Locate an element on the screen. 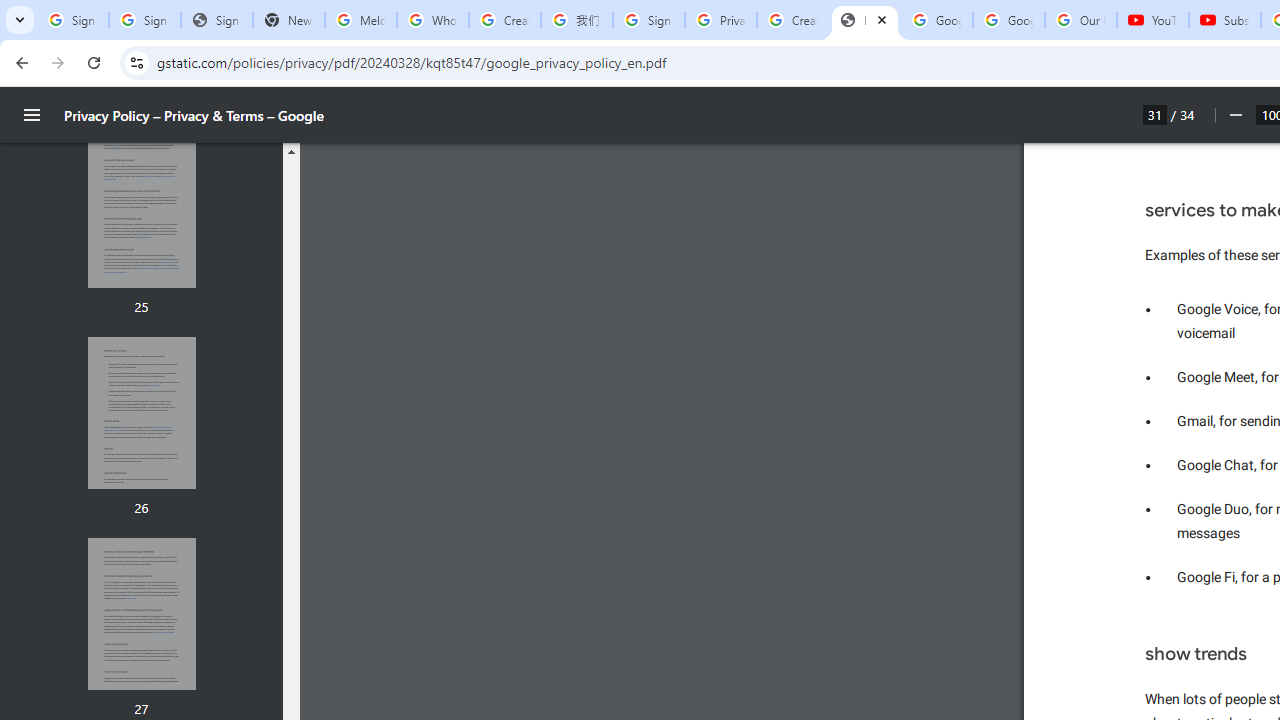 This screenshot has height=720, width=1280. 'Thumbnail for page 26' is located at coordinates (140, 412).